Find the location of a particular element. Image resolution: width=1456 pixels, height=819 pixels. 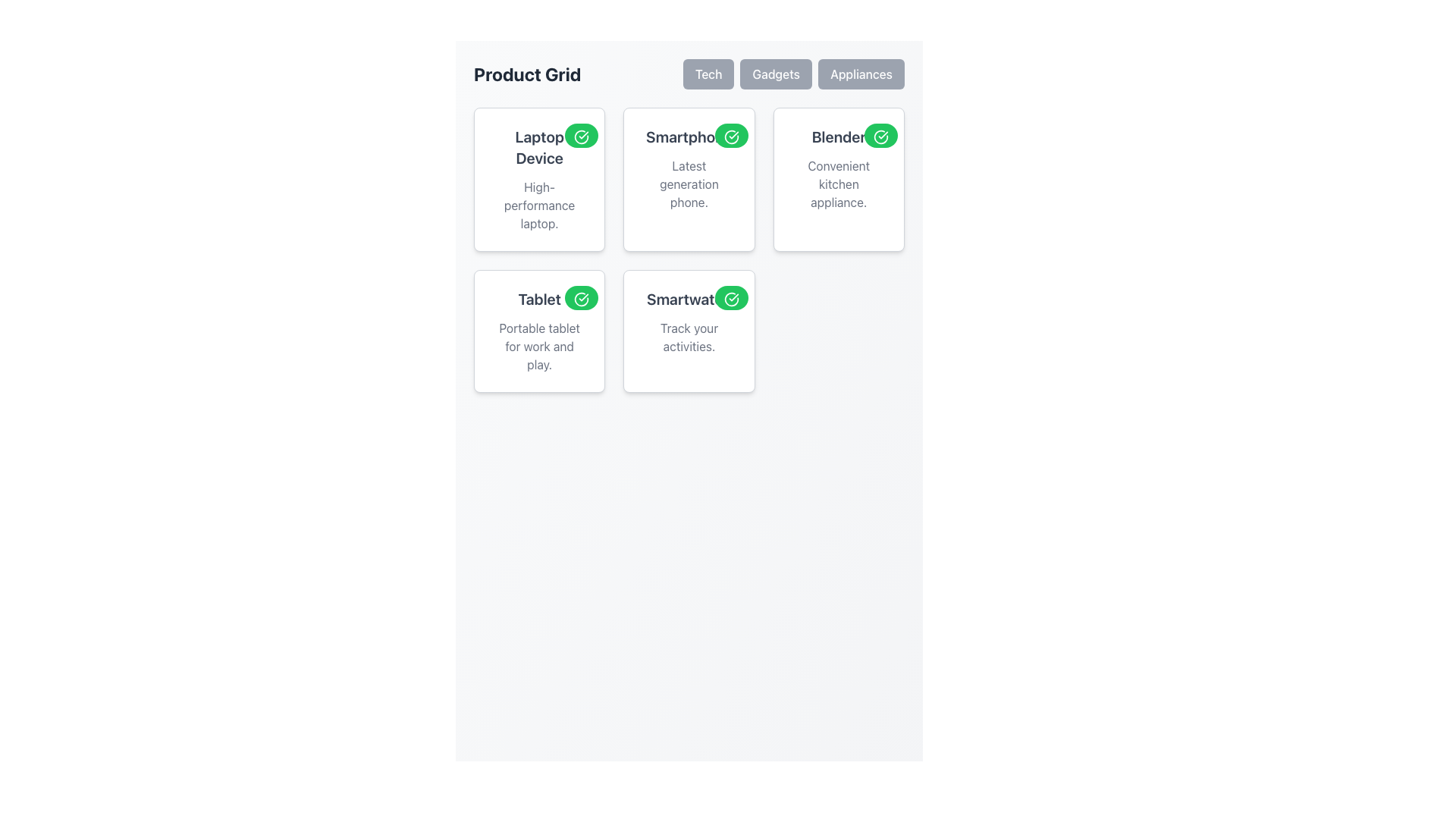

the positive status SVG graphic icon located in the top-right corner of the 'Smartwatch' card is located at coordinates (731, 299).